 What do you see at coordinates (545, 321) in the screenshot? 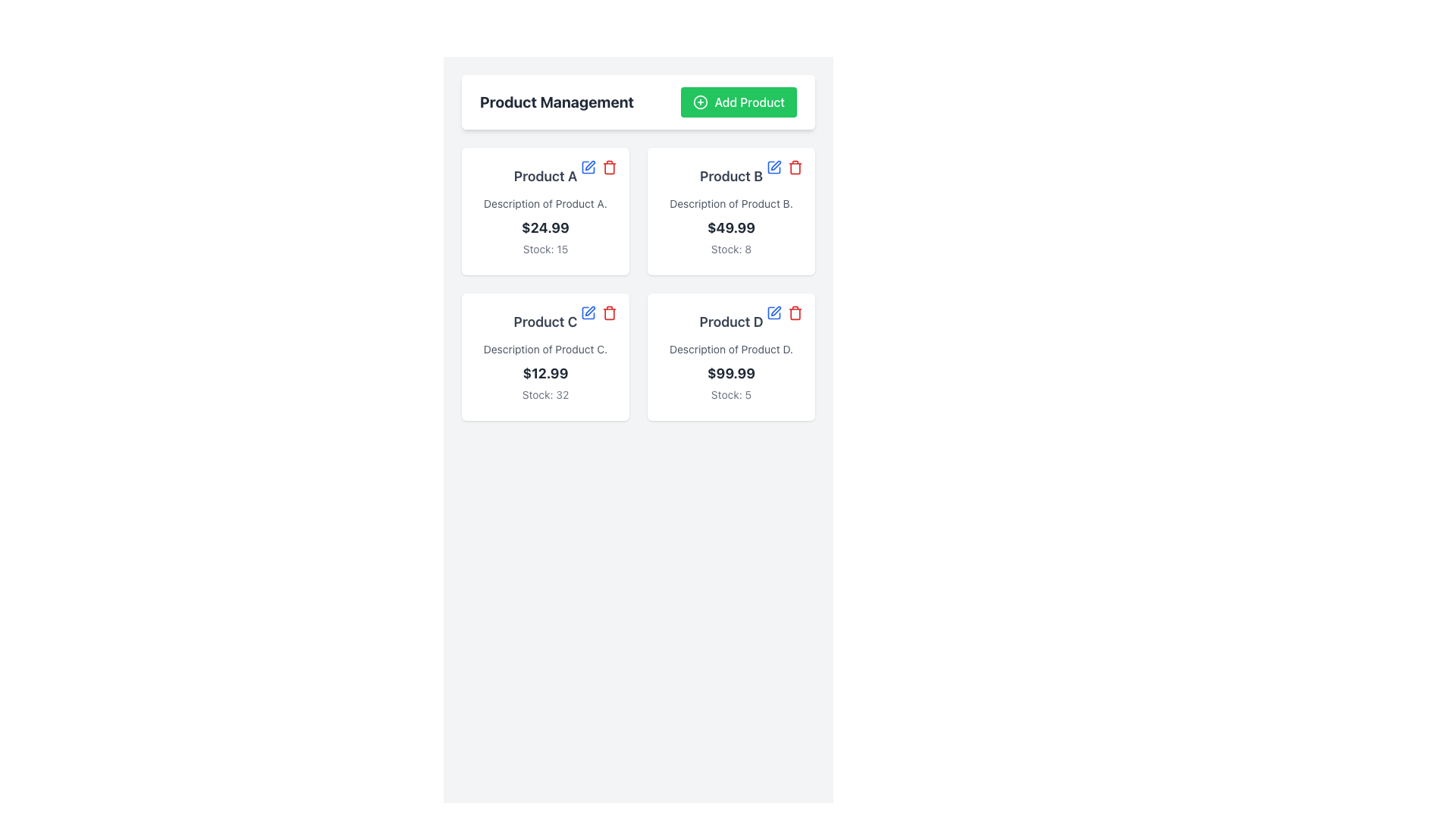
I see `the title text of the third product card, which identifies the product's name and is located at the top of the card in a 2x2 grid layout` at bounding box center [545, 321].